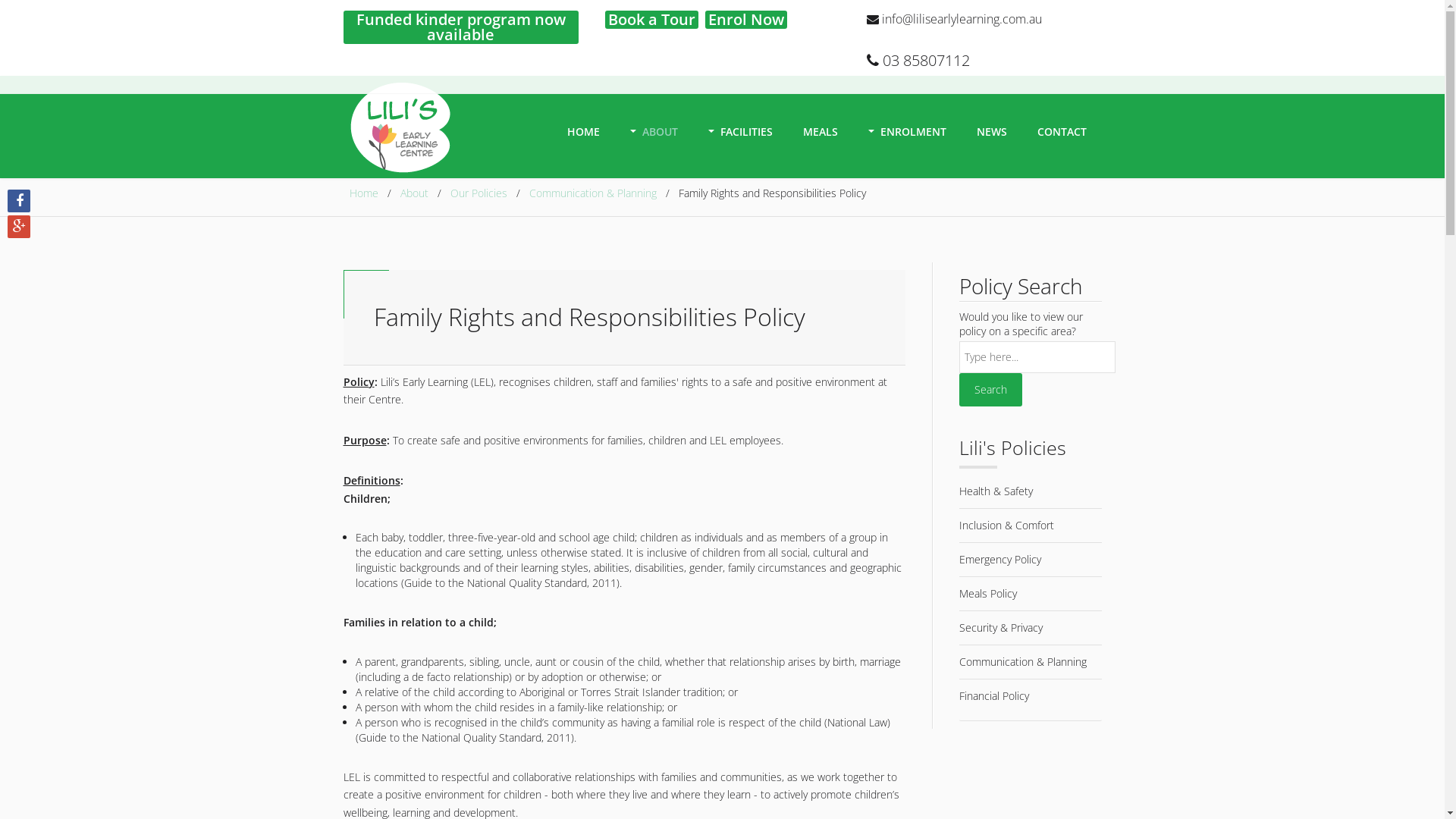  What do you see at coordinates (582, 127) in the screenshot?
I see `'HOME'` at bounding box center [582, 127].